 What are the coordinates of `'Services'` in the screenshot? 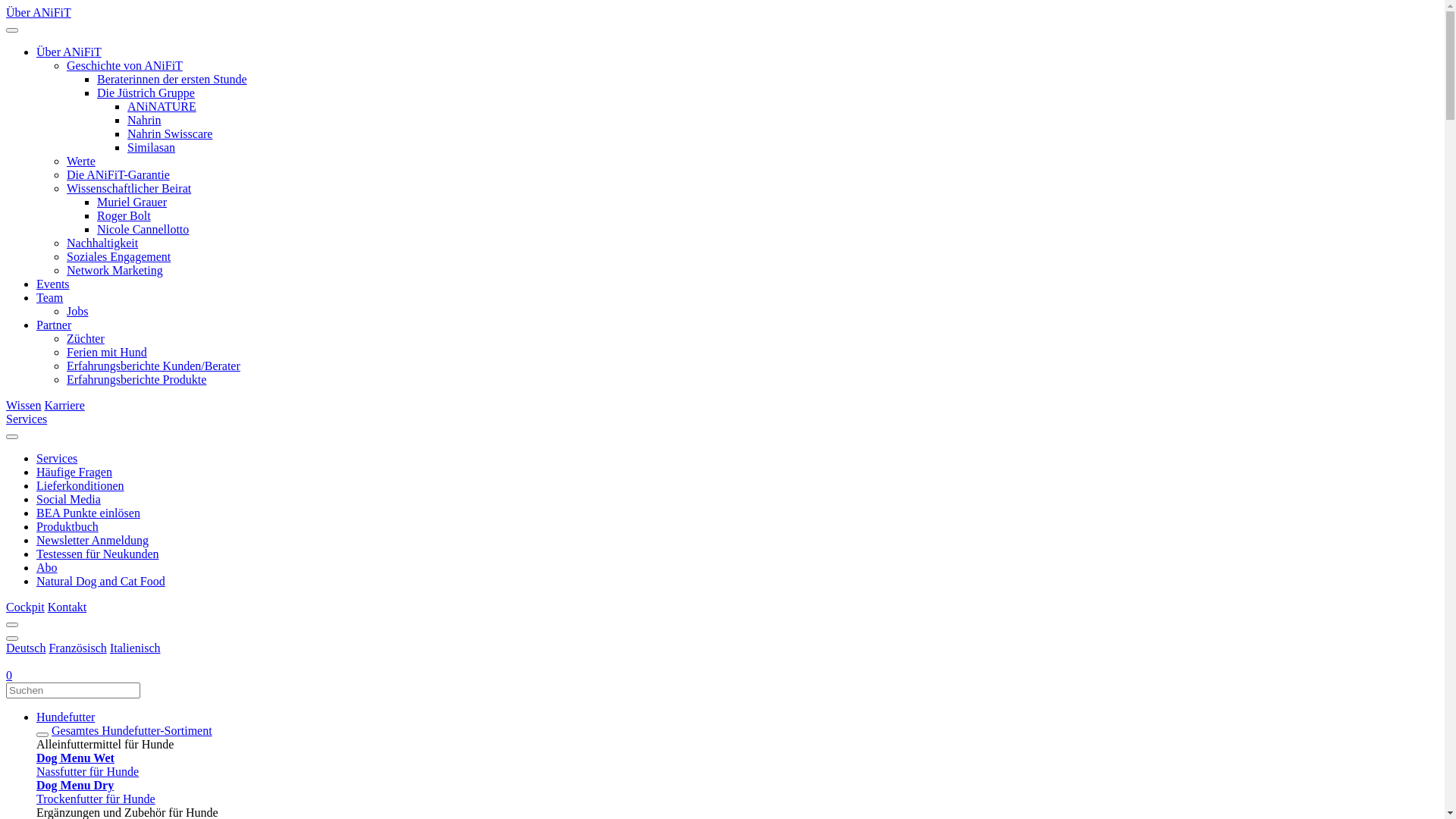 It's located at (57, 457).